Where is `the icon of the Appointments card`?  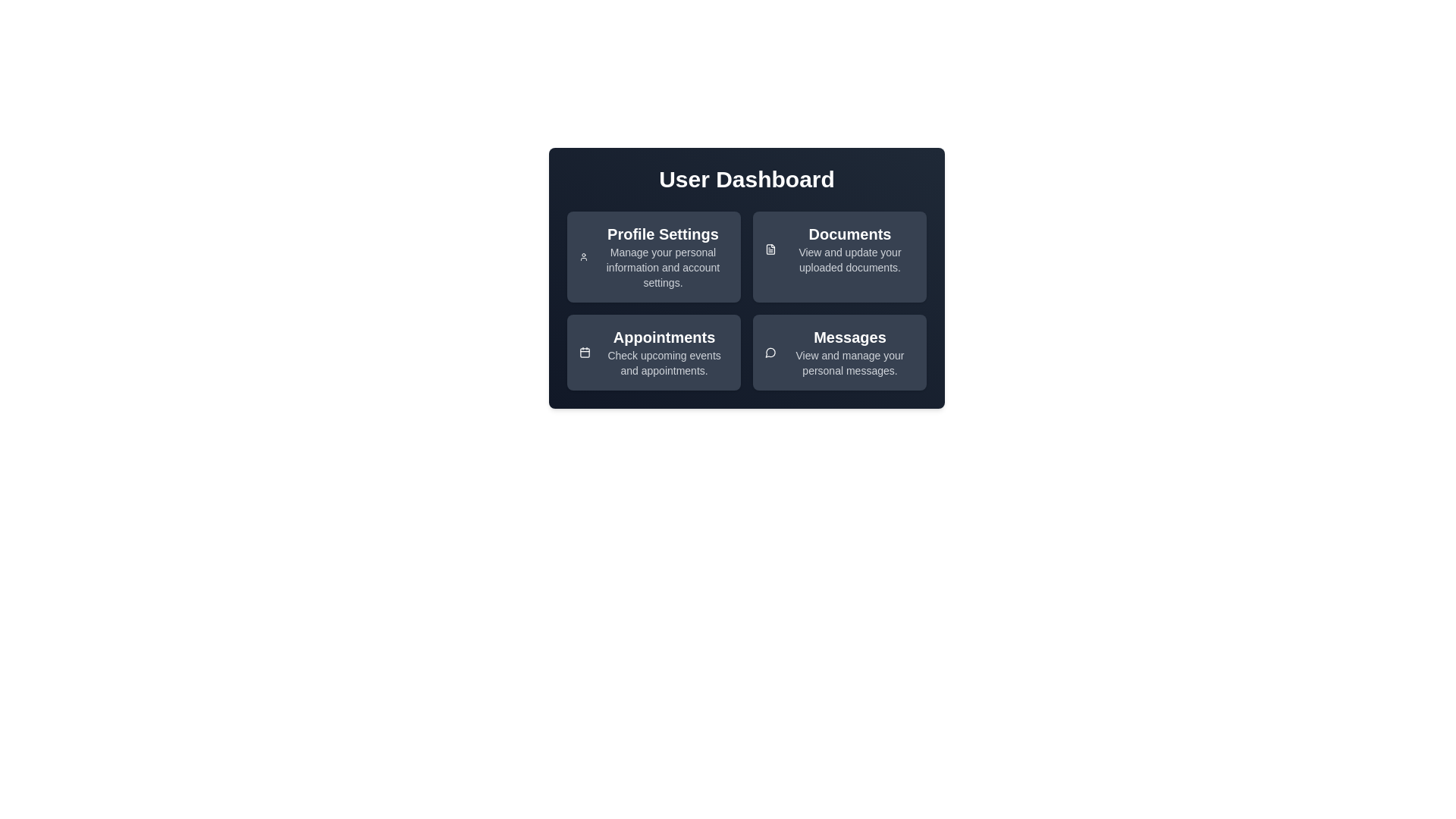
the icon of the Appointments card is located at coordinates (584, 353).